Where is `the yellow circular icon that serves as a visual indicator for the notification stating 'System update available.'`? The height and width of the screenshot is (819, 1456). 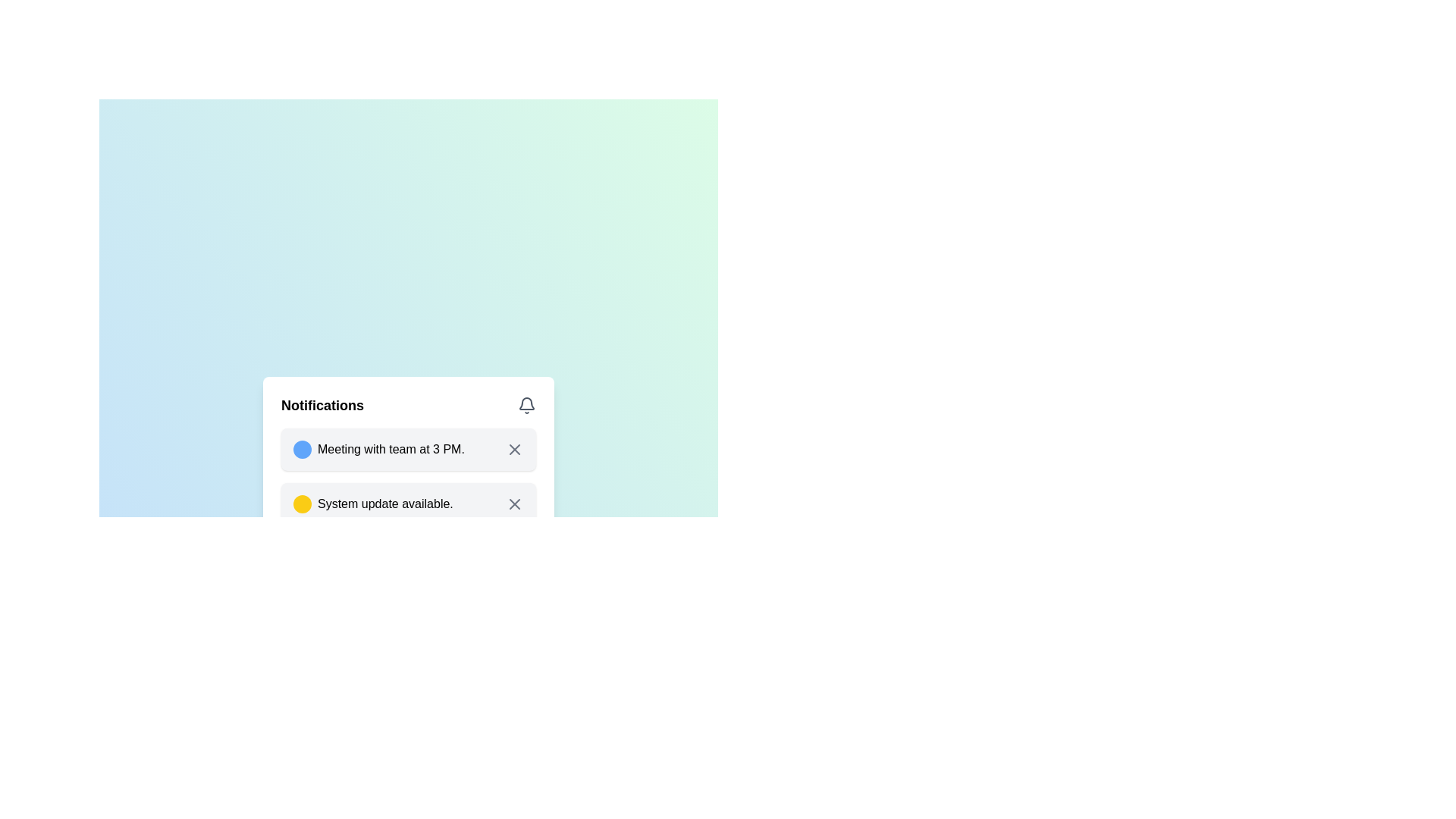
the yellow circular icon that serves as a visual indicator for the notification stating 'System update available.' is located at coordinates (302, 504).